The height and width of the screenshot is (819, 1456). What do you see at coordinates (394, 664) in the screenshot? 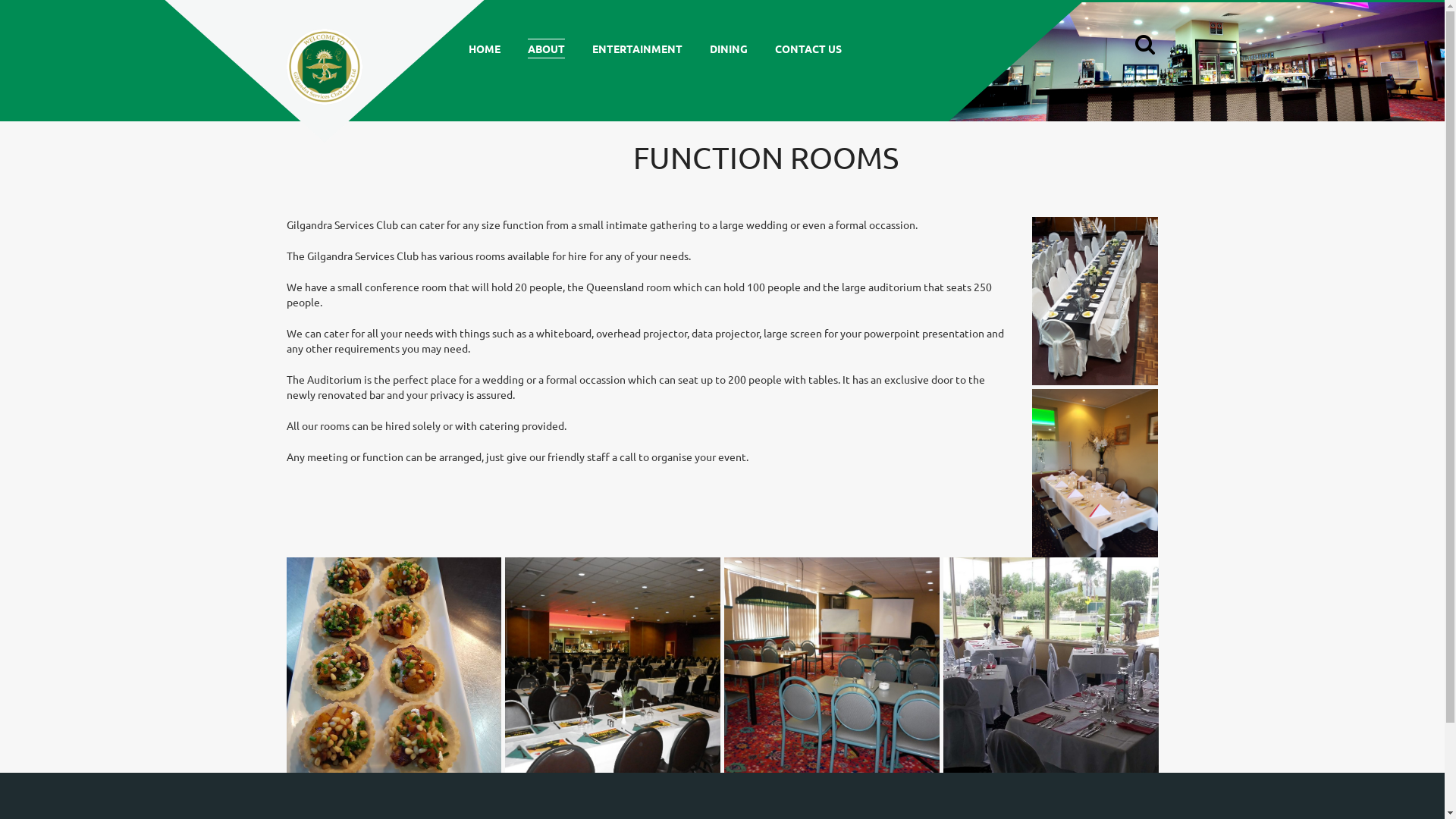
I see `'canapes'` at bounding box center [394, 664].